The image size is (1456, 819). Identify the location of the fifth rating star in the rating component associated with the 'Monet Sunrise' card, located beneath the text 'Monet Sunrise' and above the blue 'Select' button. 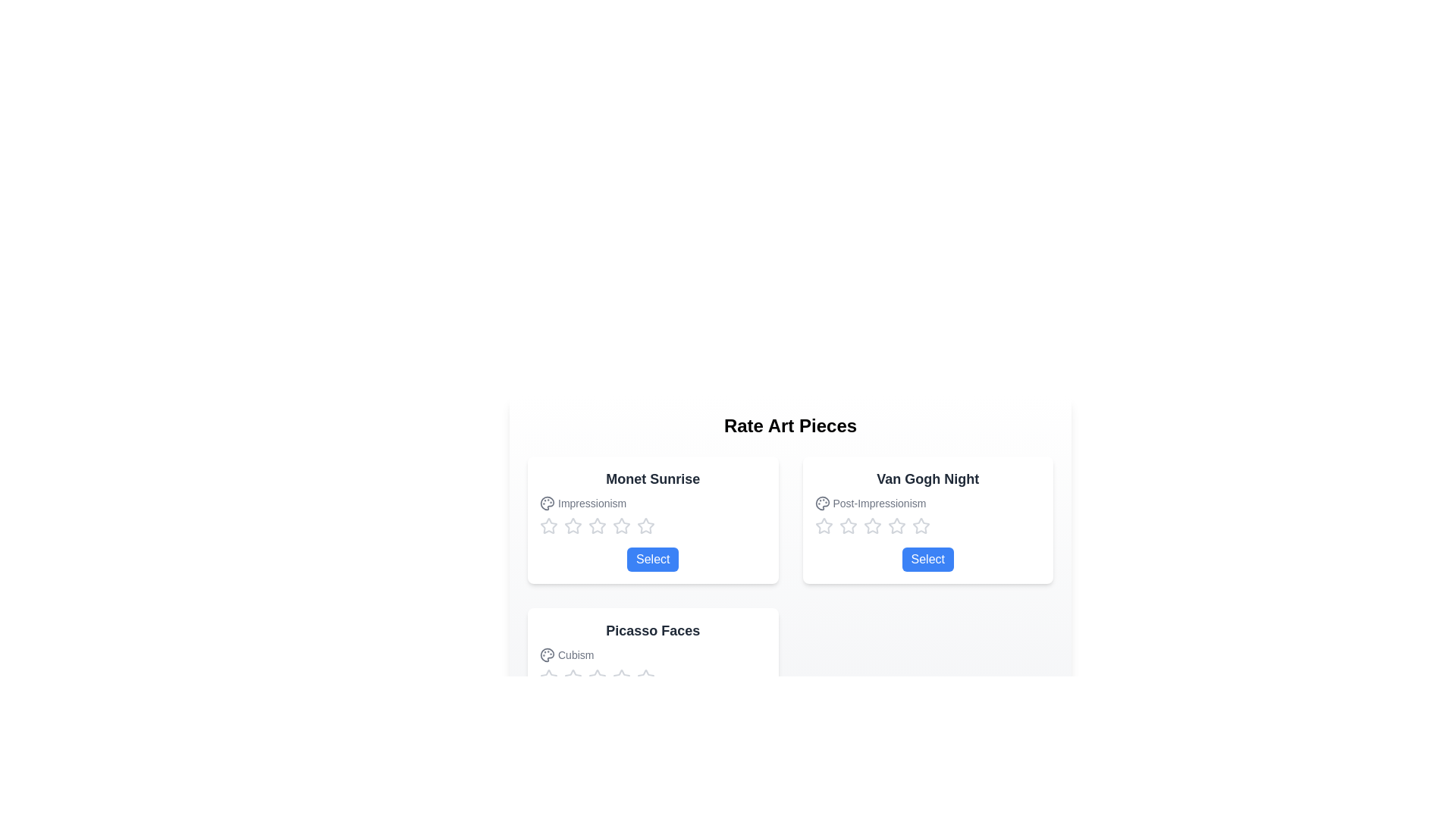
(645, 526).